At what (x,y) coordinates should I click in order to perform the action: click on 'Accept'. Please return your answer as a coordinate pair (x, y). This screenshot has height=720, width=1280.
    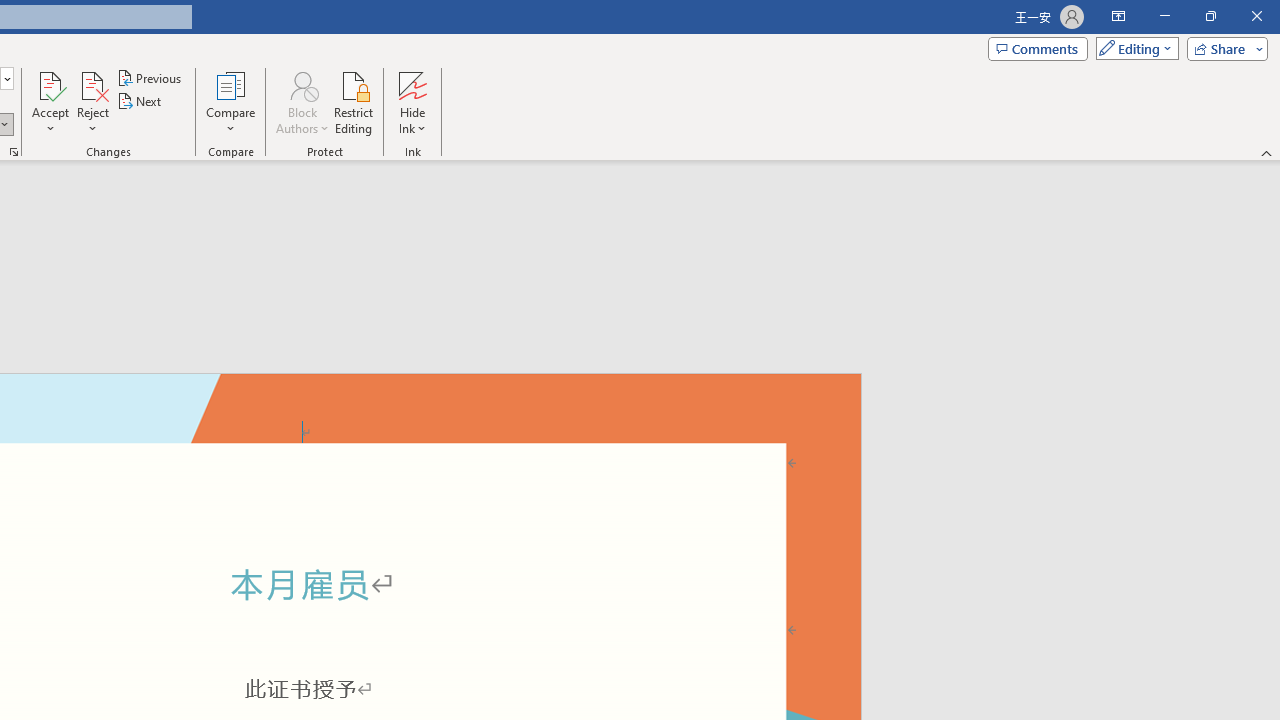
    Looking at the image, I should click on (50, 103).